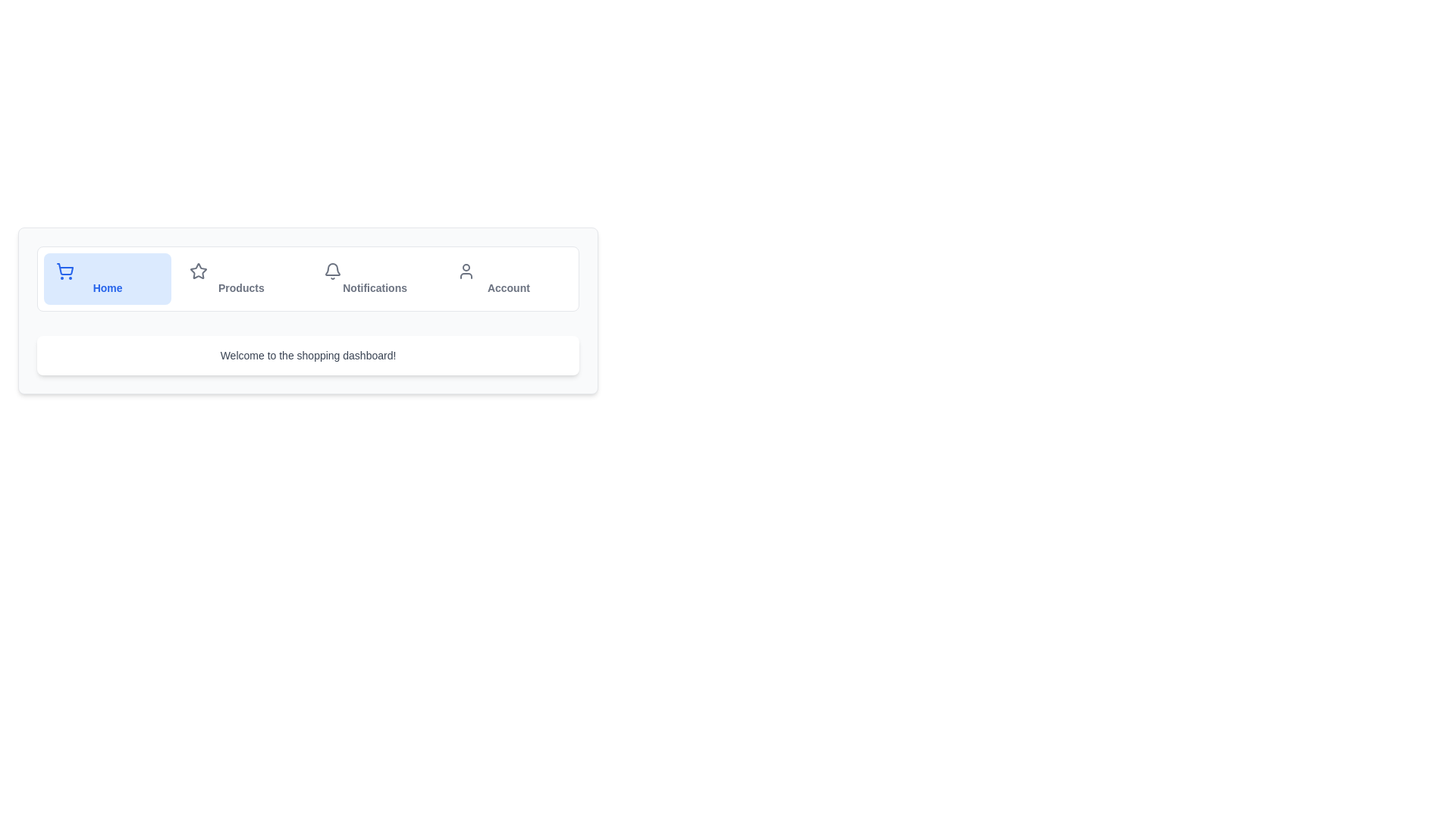 This screenshot has height=819, width=1456. Describe the element at coordinates (465, 271) in the screenshot. I see `the user account icon located to the left of the 'Account' label in the navigation menu, which is the fourth option after 'Notifications.'` at that location.